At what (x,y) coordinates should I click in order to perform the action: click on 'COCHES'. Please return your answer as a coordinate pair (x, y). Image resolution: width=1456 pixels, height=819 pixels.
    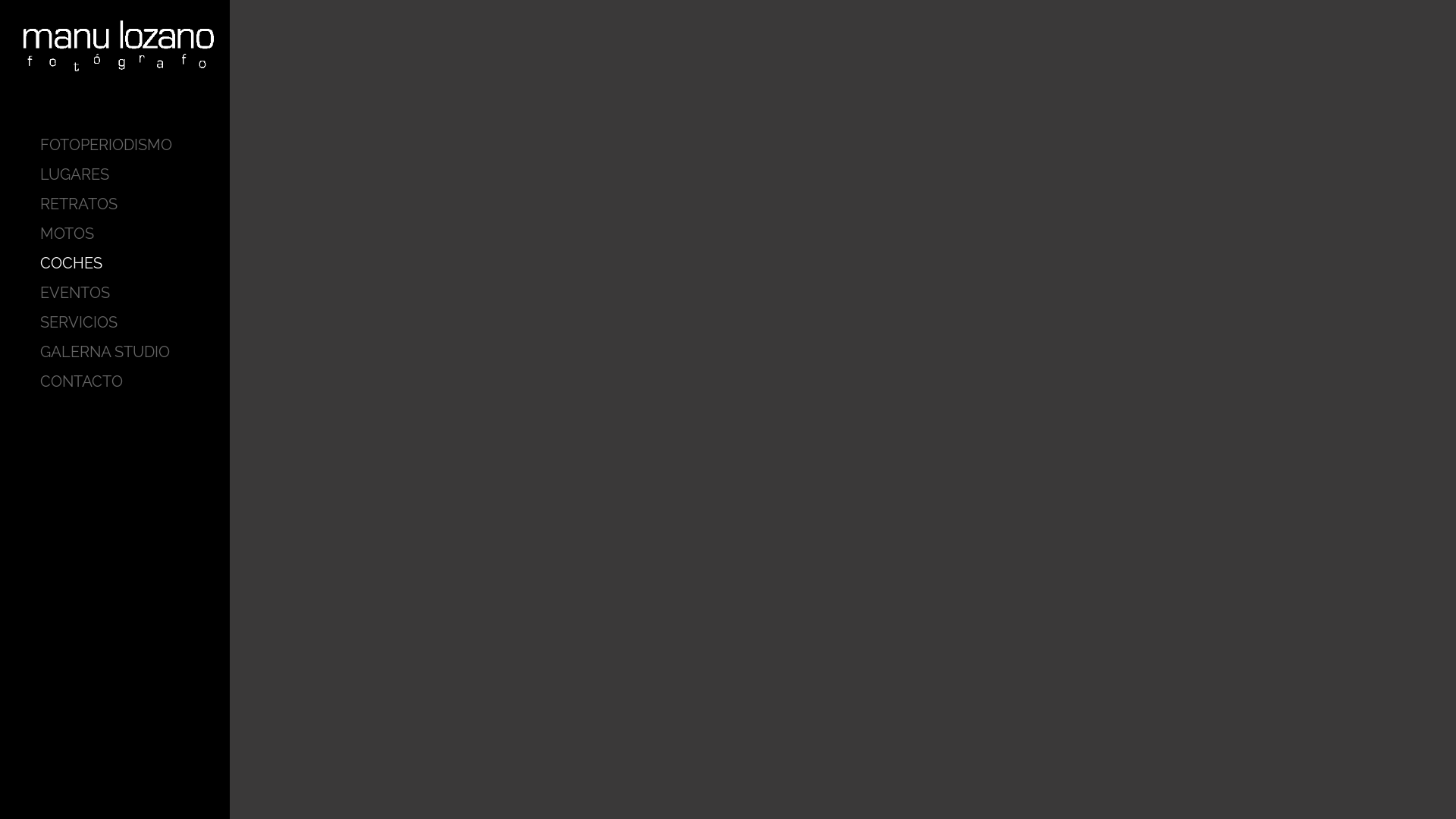
    Looking at the image, I should click on (105, 262).